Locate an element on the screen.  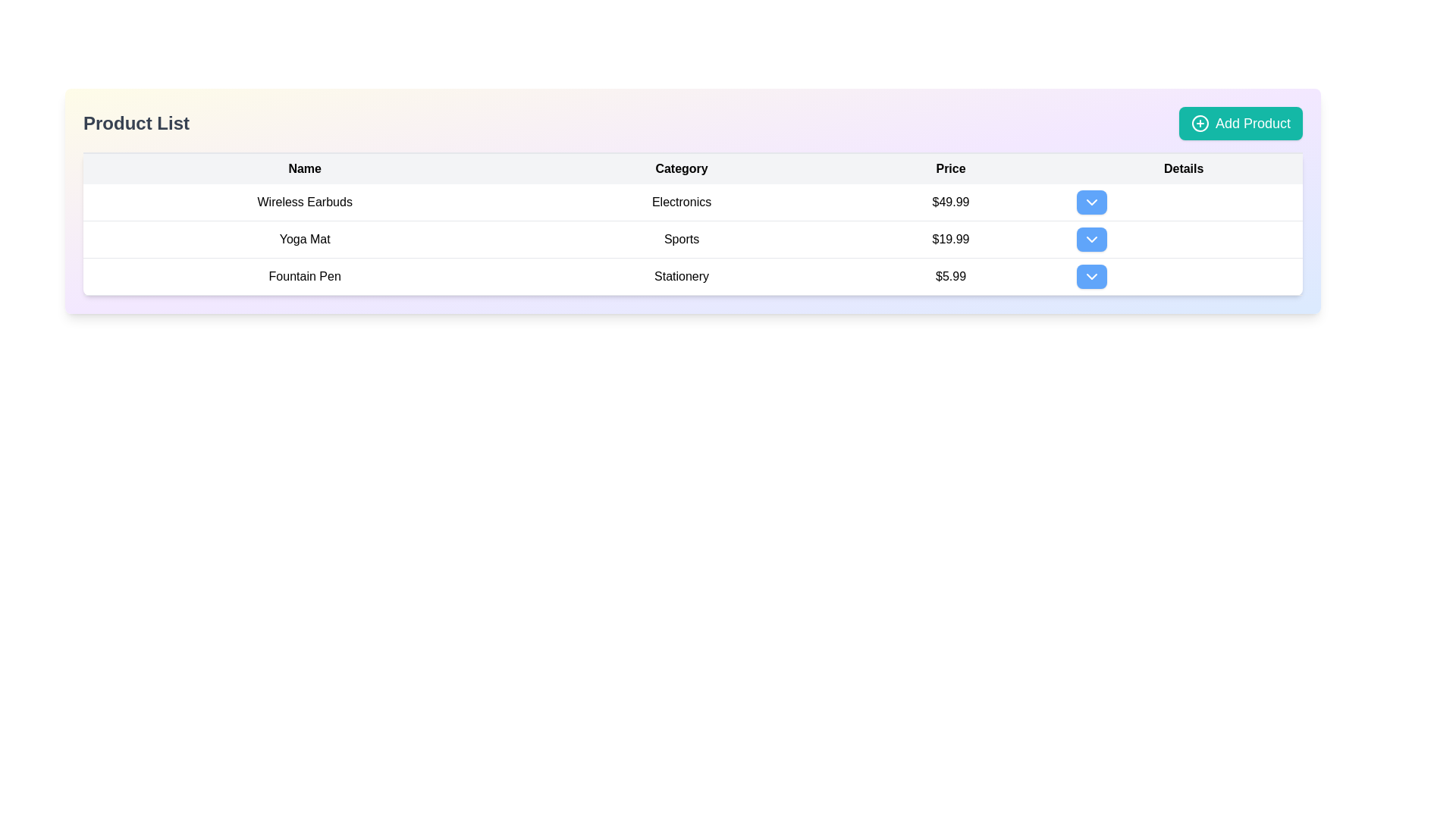
the blue downward-pointing chevron icon in the 'Details' column of the table is located at coordinates (1092, 201).